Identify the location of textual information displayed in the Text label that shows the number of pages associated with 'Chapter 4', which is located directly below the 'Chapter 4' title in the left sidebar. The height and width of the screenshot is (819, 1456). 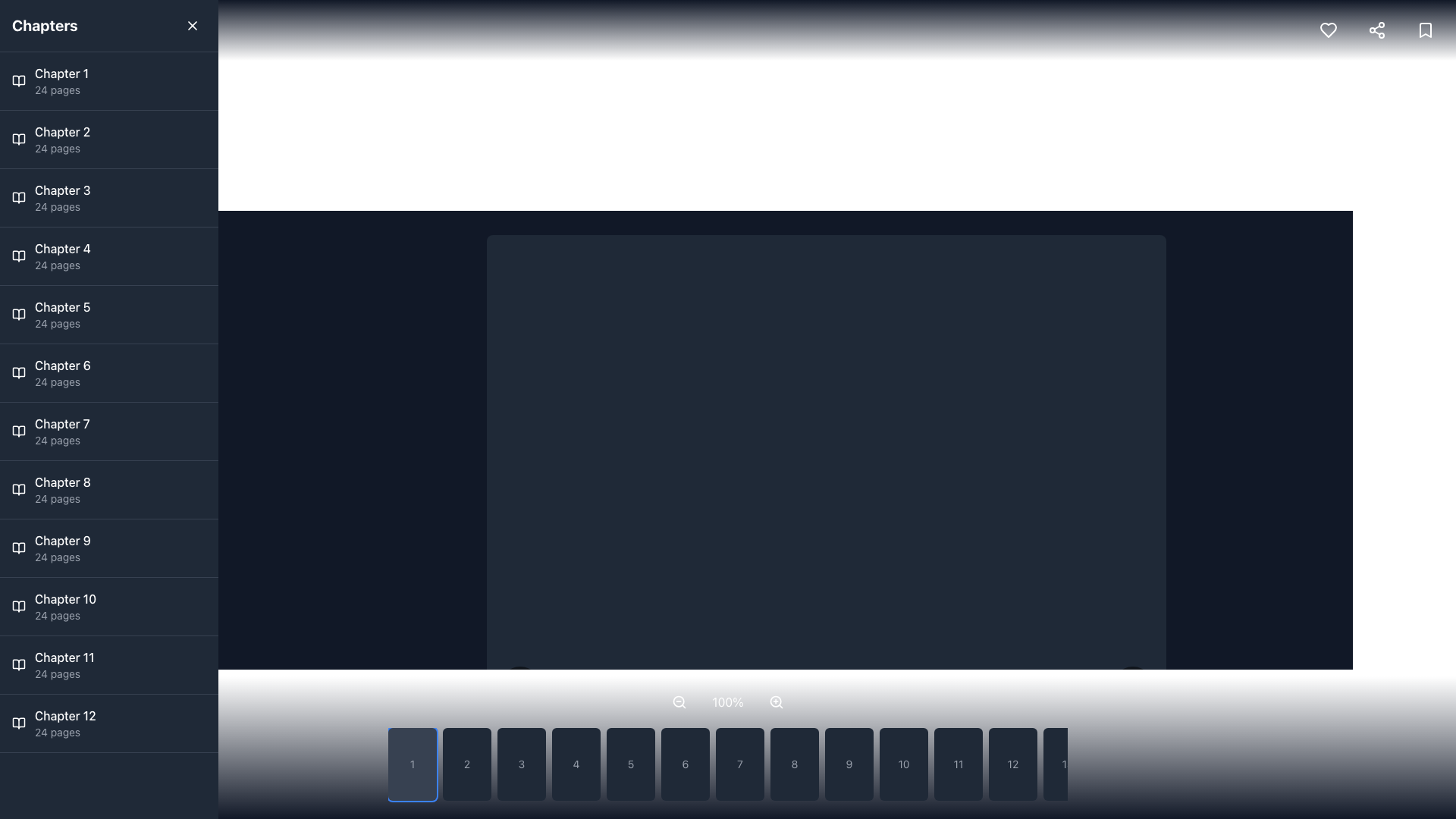
(61, 265).